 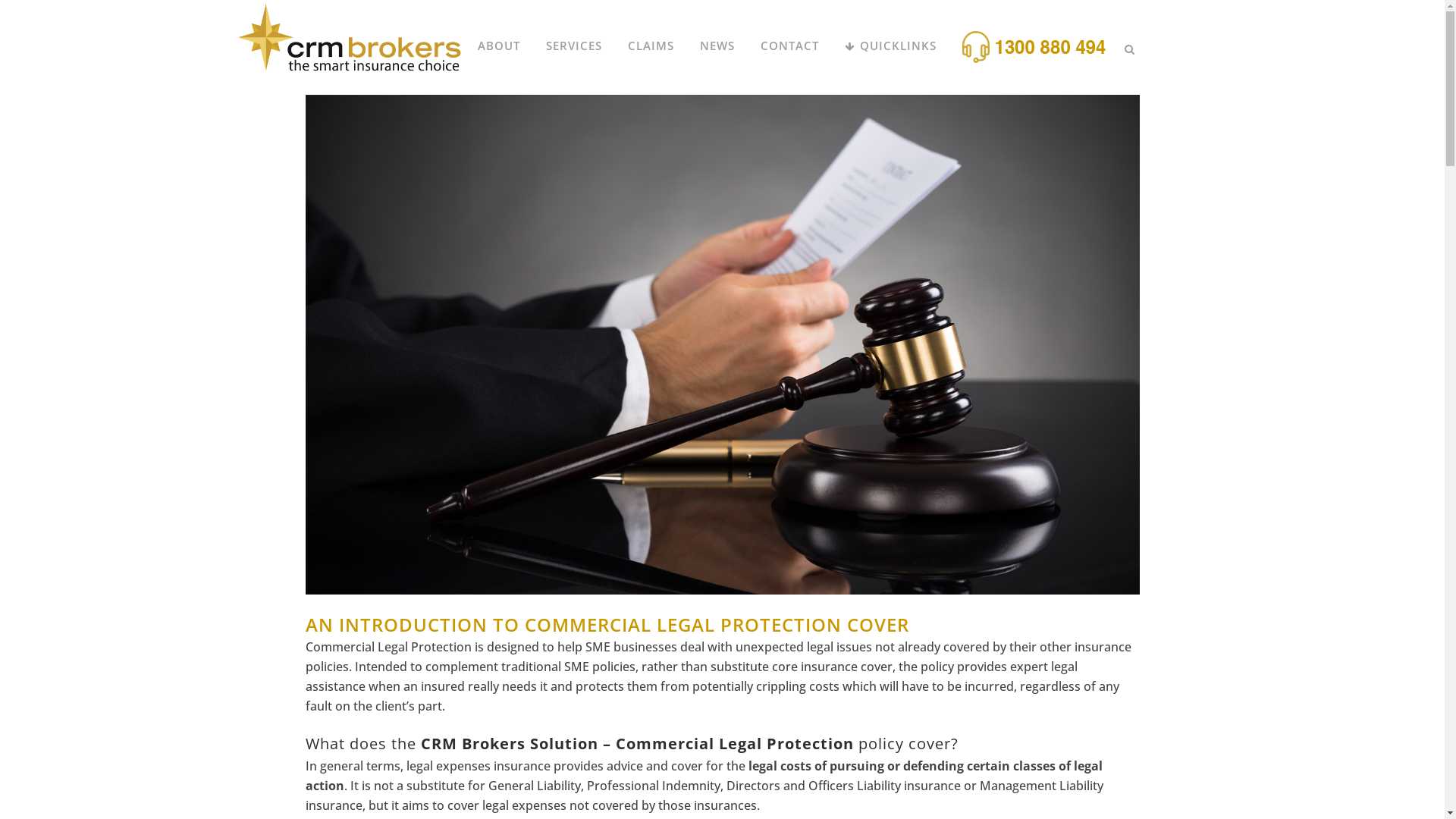 I want to click on 'CONTACT', so click(x=789, y=45).